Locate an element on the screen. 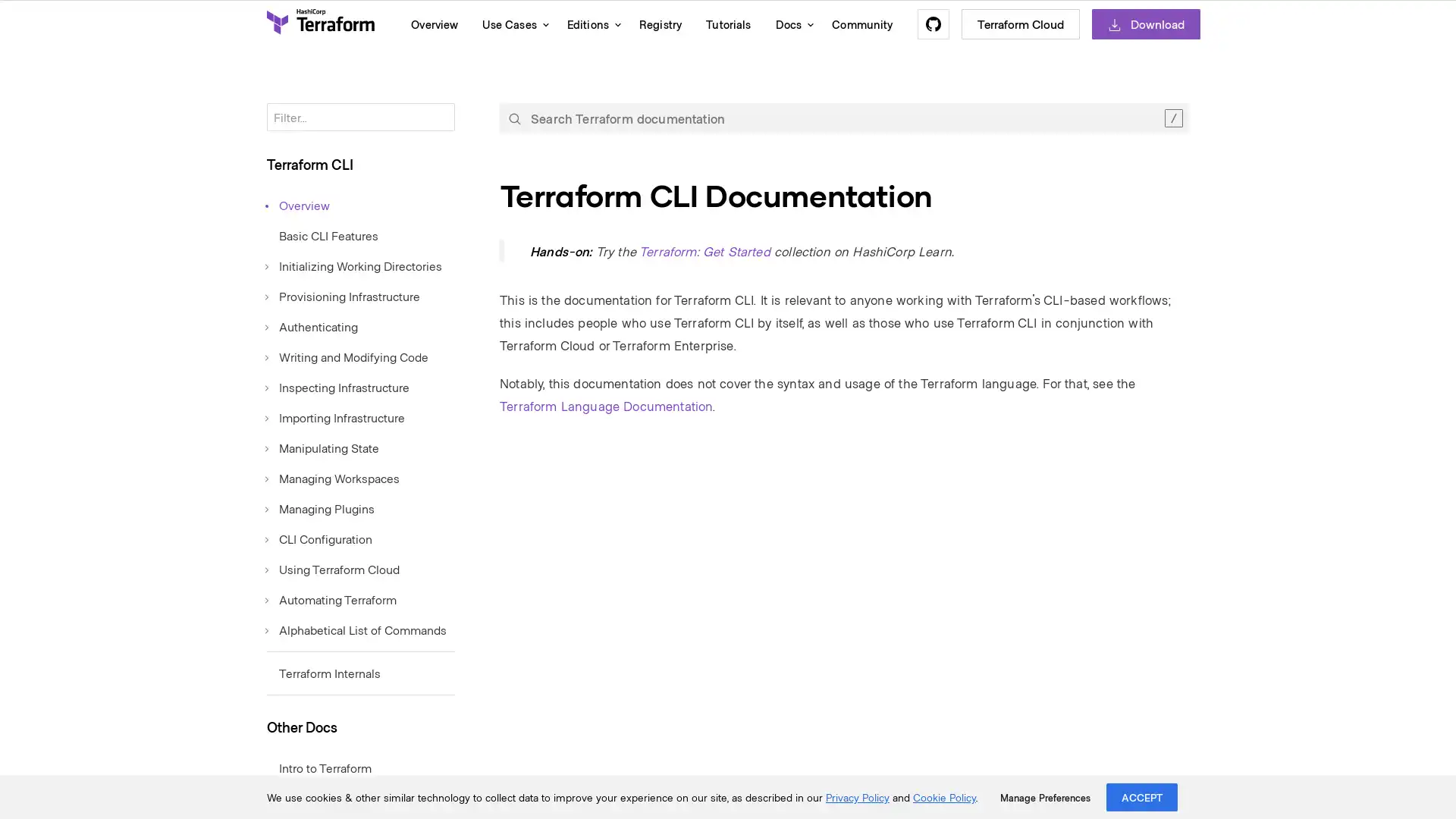 The height and width of the screenshot is (819, 1456). Importing Infrastructure is located at coordinates (334, 417).